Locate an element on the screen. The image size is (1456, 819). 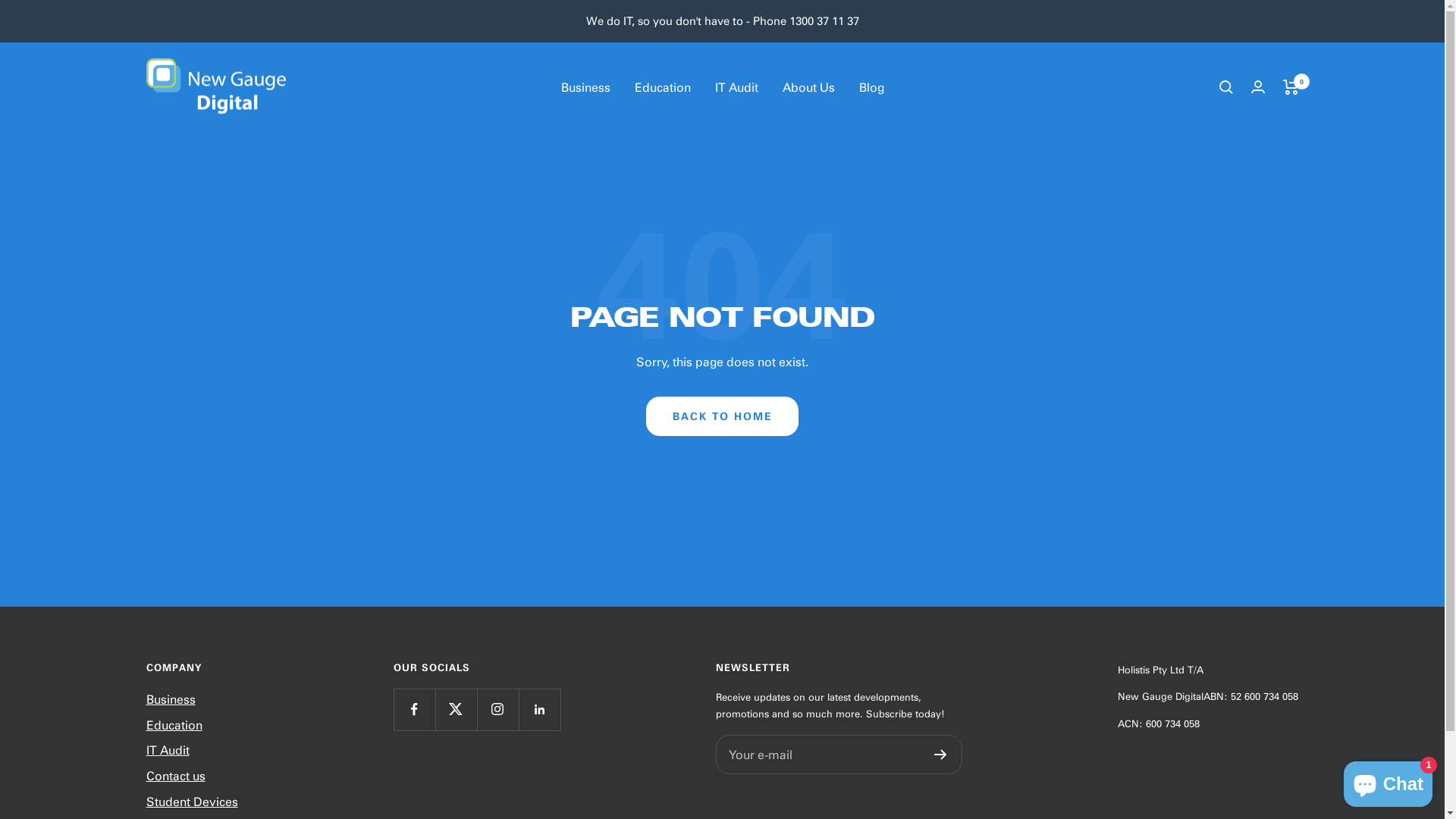
'Education' is located at coordinates (662, 87).